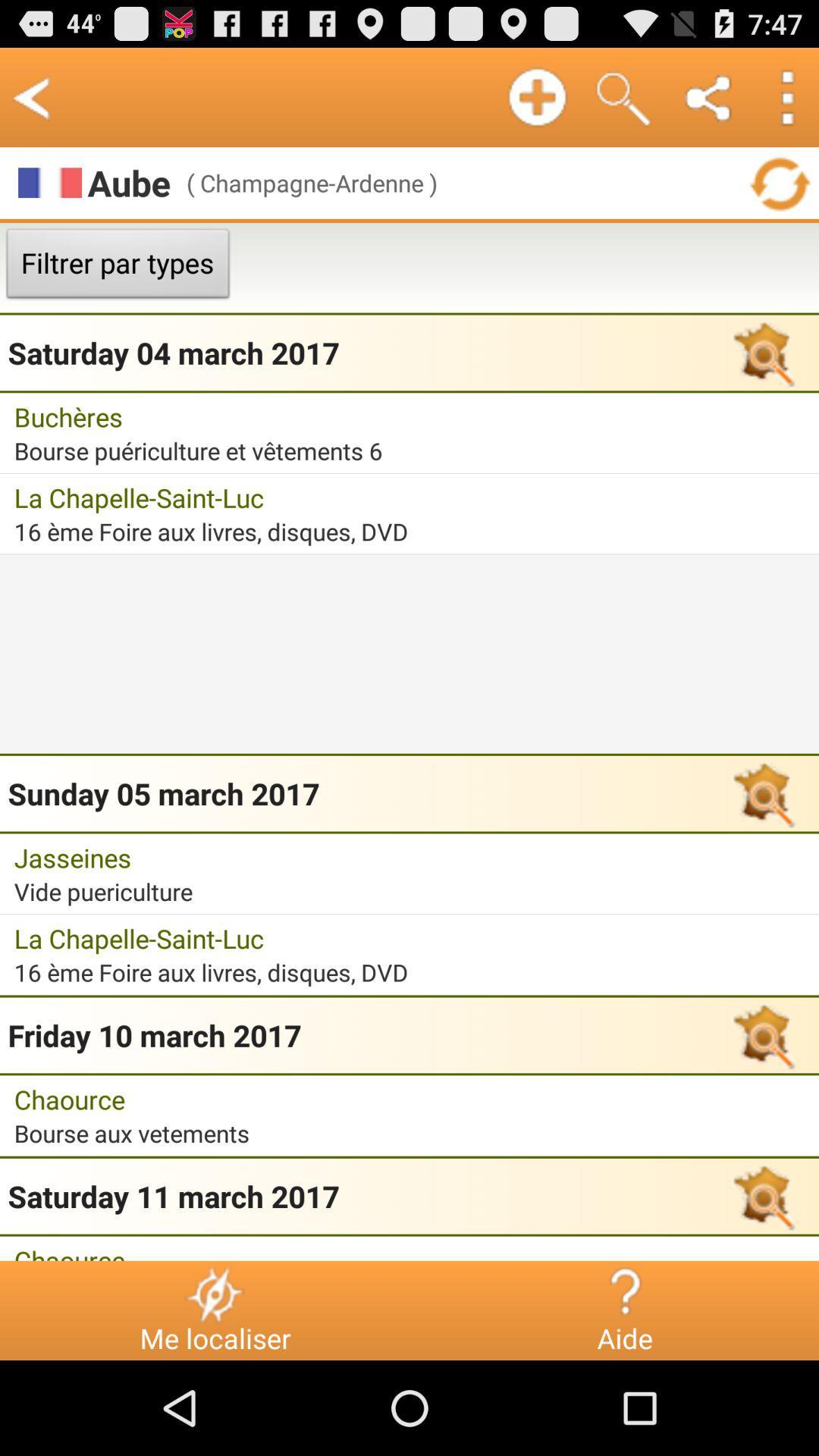 The image size is (819, 1456). I want to click on the icon which is right to the saturday 11 march 2017, so click(761, 1195).